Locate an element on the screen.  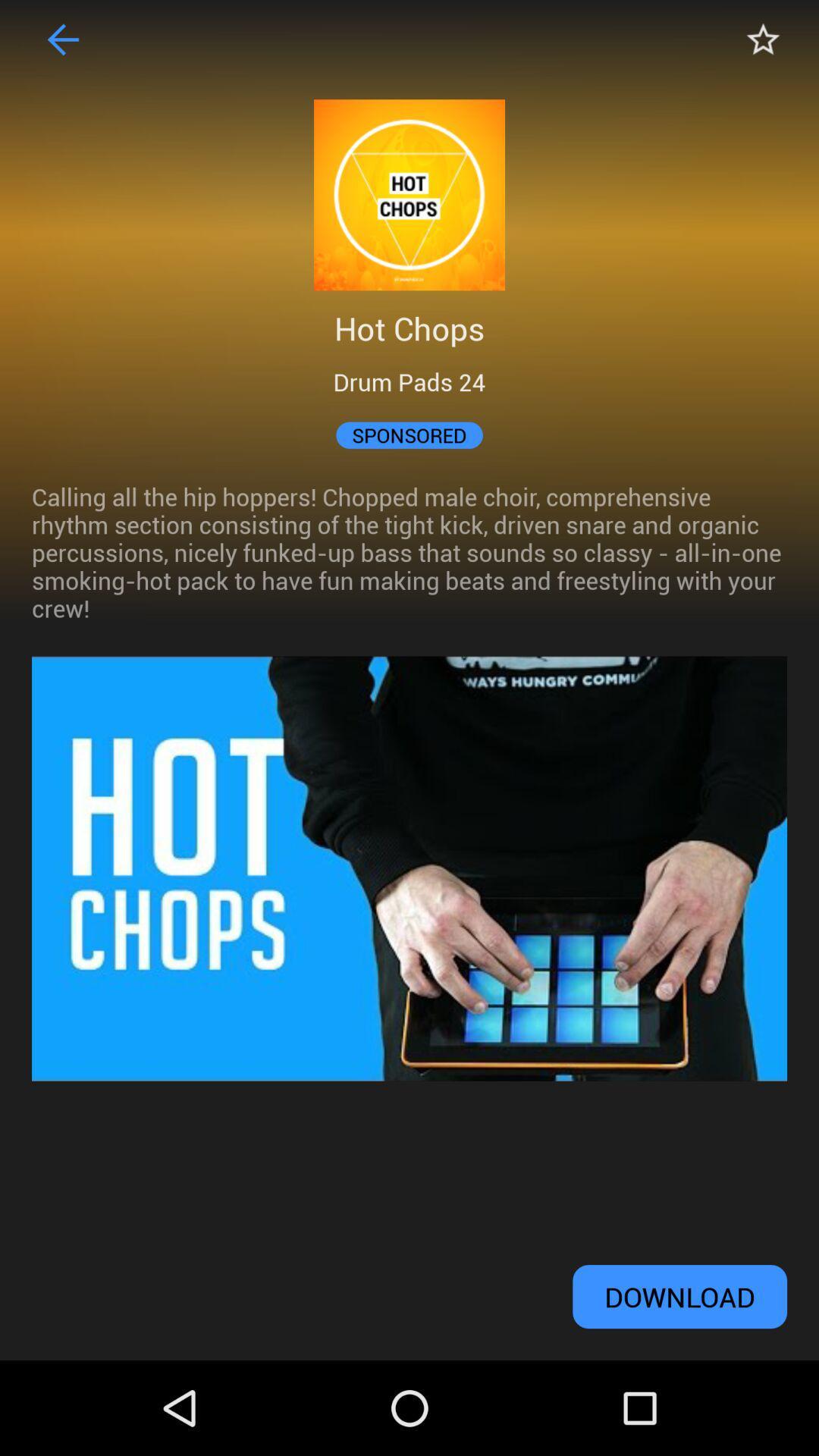
the star icon is located at coordinates (755, 42).